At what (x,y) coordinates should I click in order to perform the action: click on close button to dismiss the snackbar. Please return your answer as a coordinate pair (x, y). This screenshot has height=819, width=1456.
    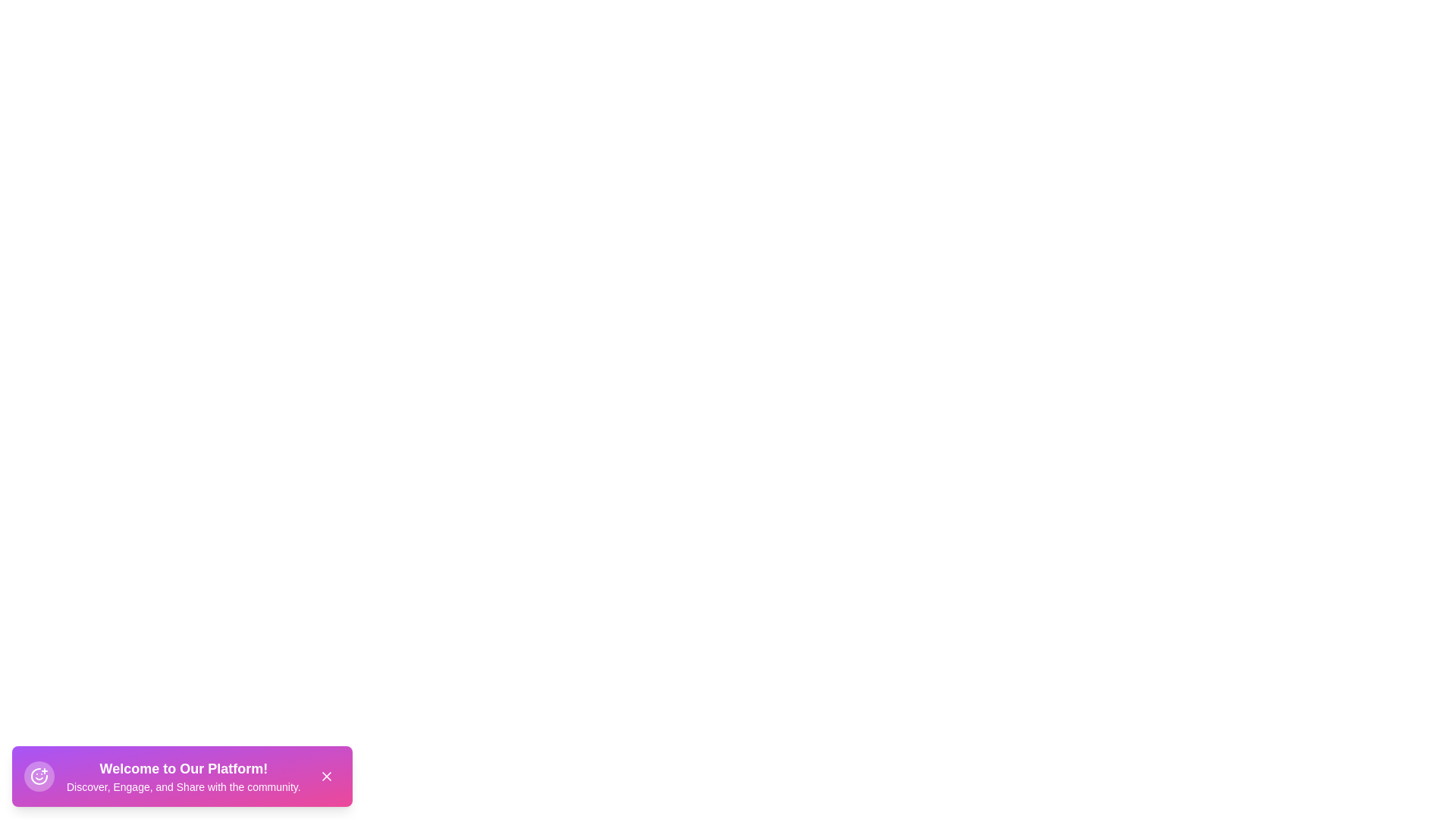
    Looking at the image, I should click on (325, 776).